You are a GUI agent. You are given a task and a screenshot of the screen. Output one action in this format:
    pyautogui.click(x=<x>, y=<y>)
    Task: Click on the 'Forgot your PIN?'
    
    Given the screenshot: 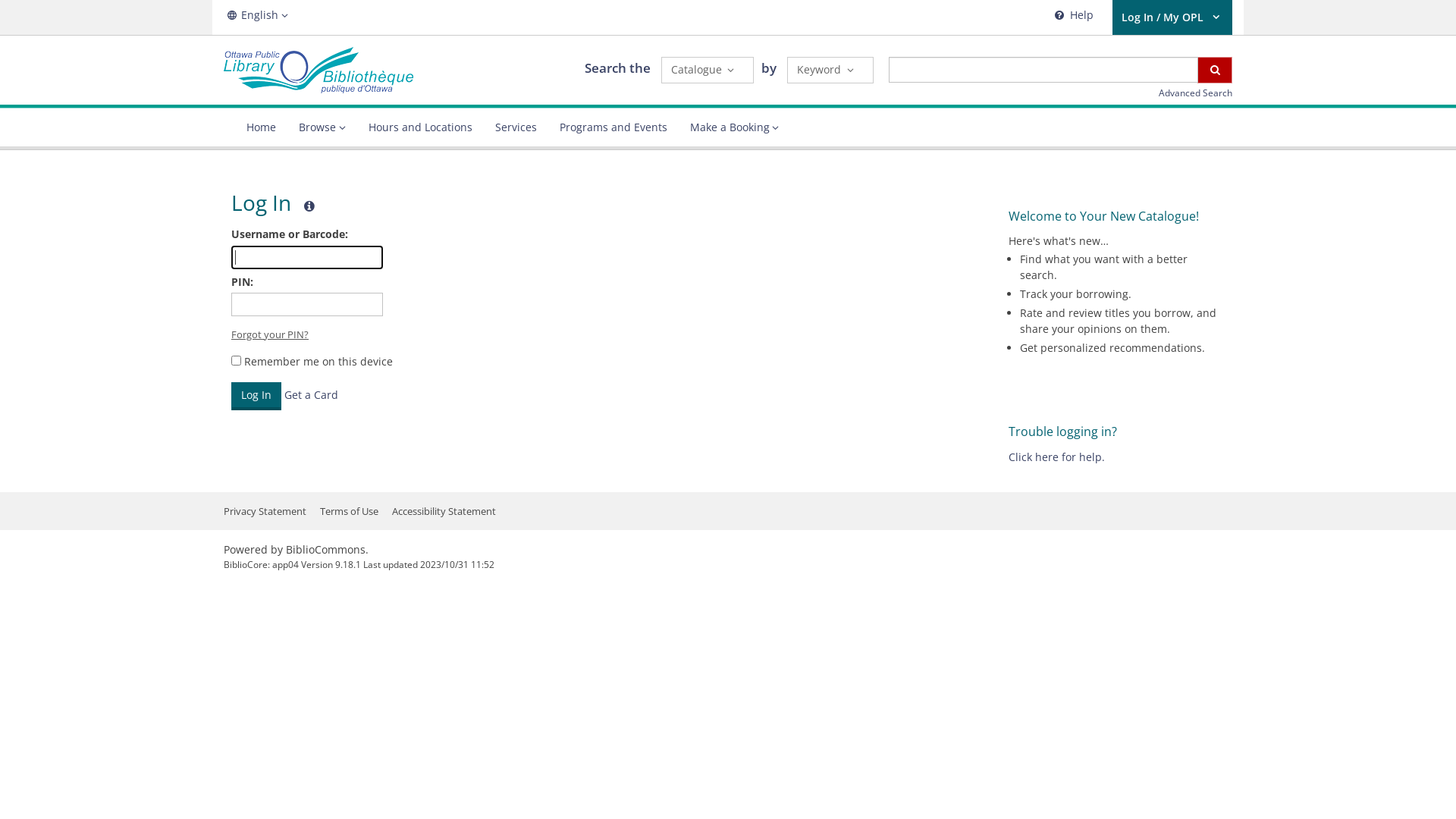 What is the action you would take?
    pyautogui.click(x=269, y=333)
    